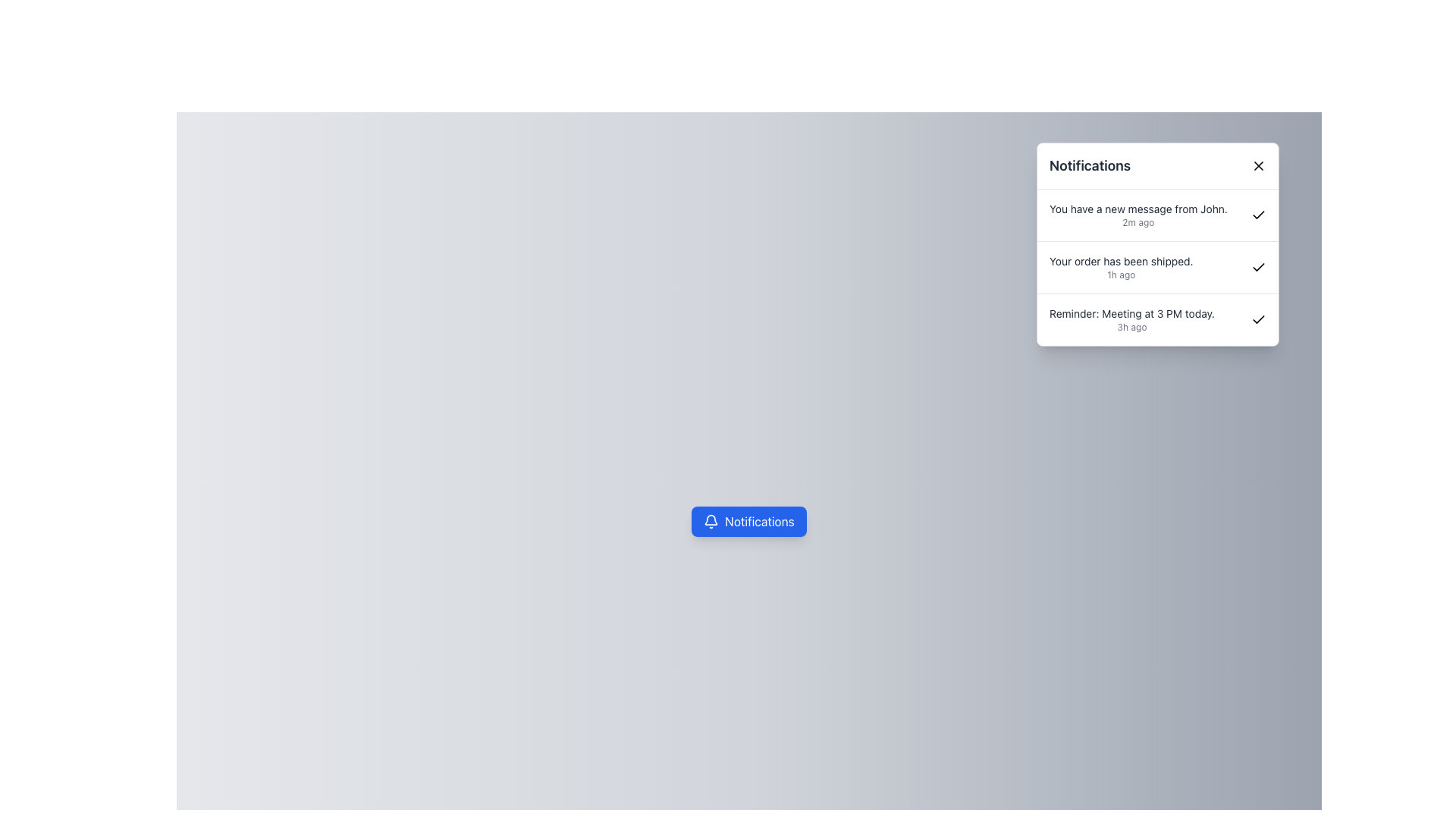 The width and height of the screenshot is (1456, 819). What do you see at coordinates (1089, 166) in the screenshot?
I see `heading label for notifications located at the top-left corner of the popup, which informs users about the content of the notifications` at bounding box center [1089, 166].